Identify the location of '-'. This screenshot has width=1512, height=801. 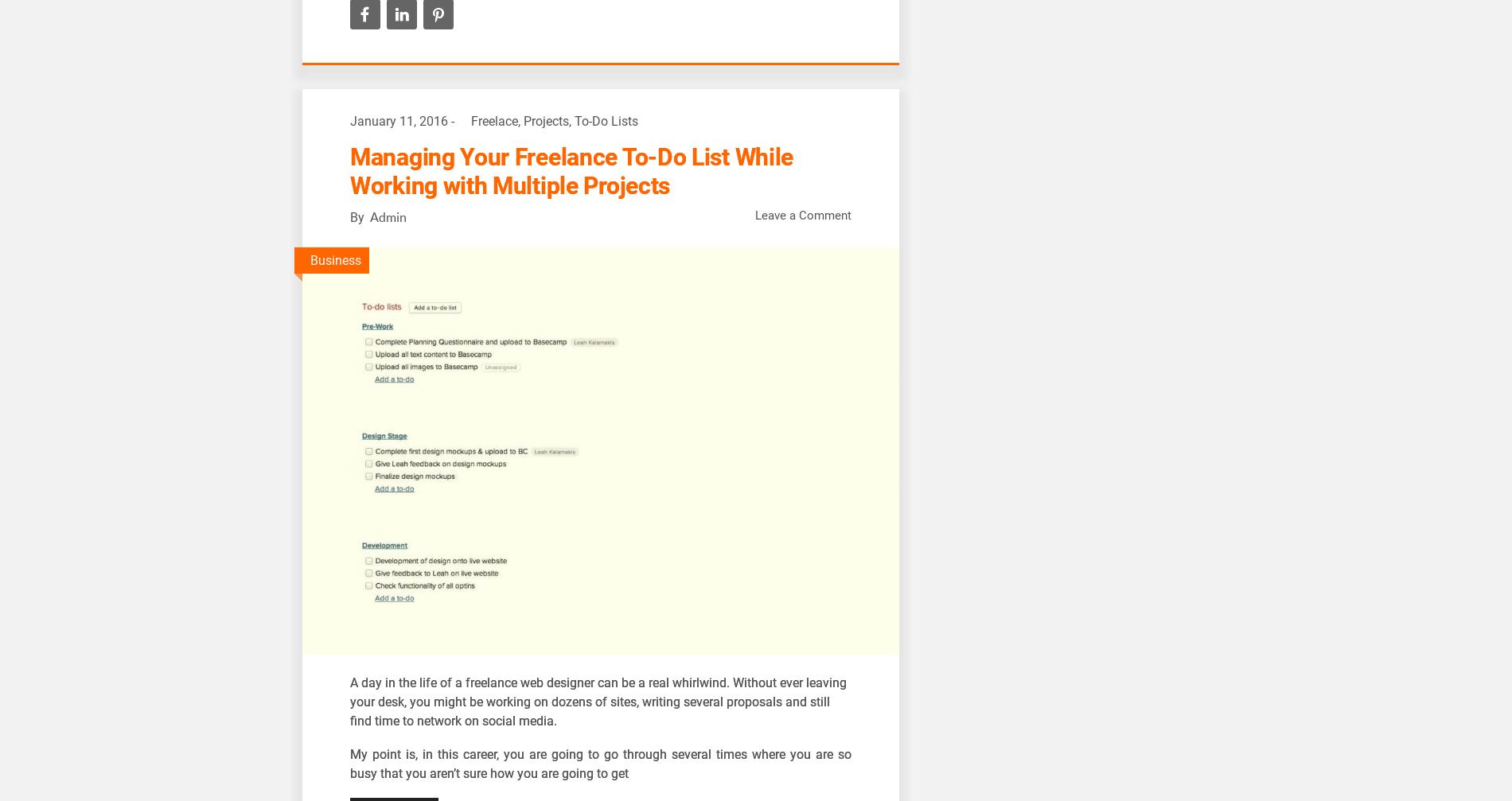
(453, 121).